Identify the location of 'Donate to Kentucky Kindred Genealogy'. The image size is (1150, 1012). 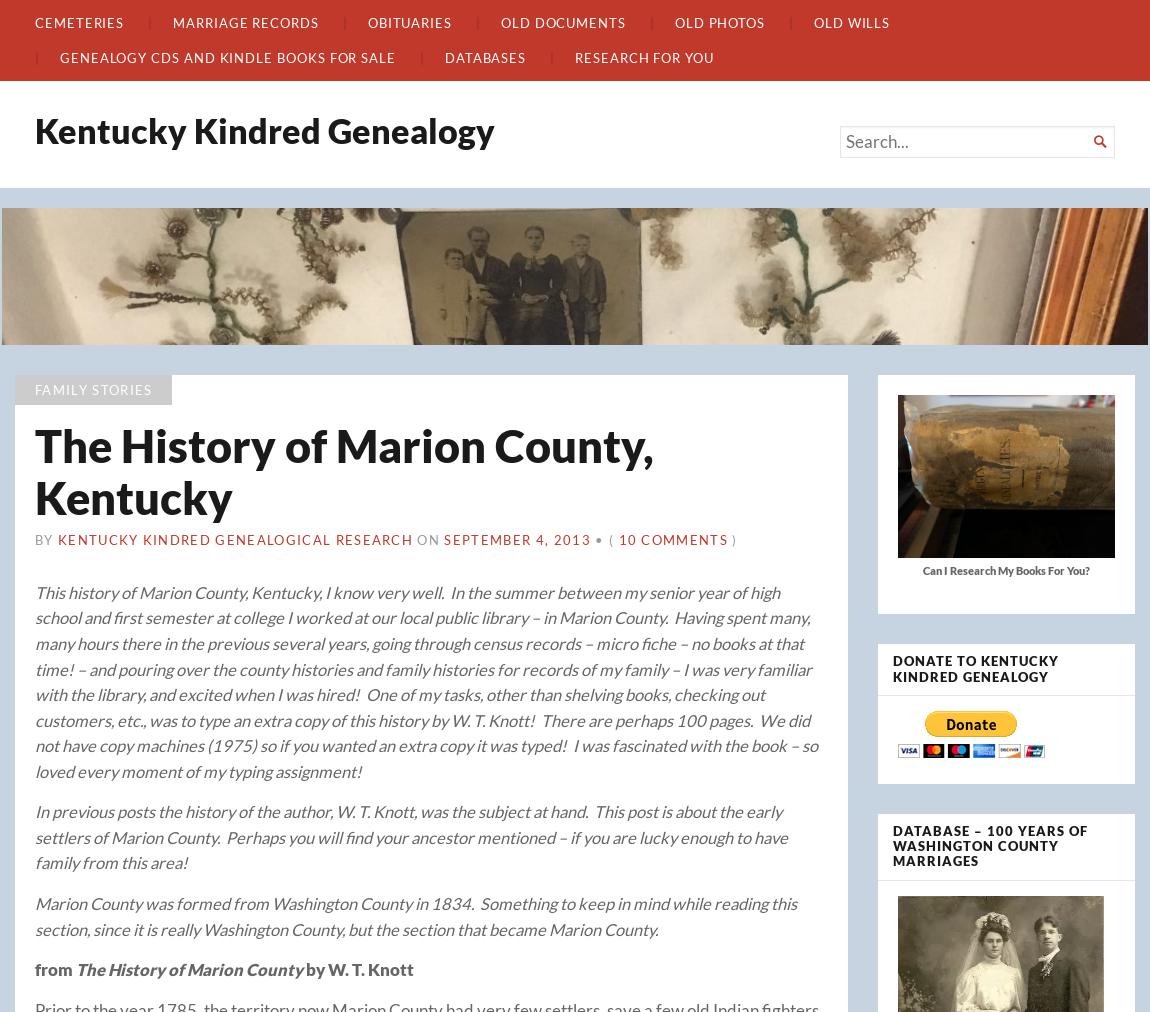
(974, 665).